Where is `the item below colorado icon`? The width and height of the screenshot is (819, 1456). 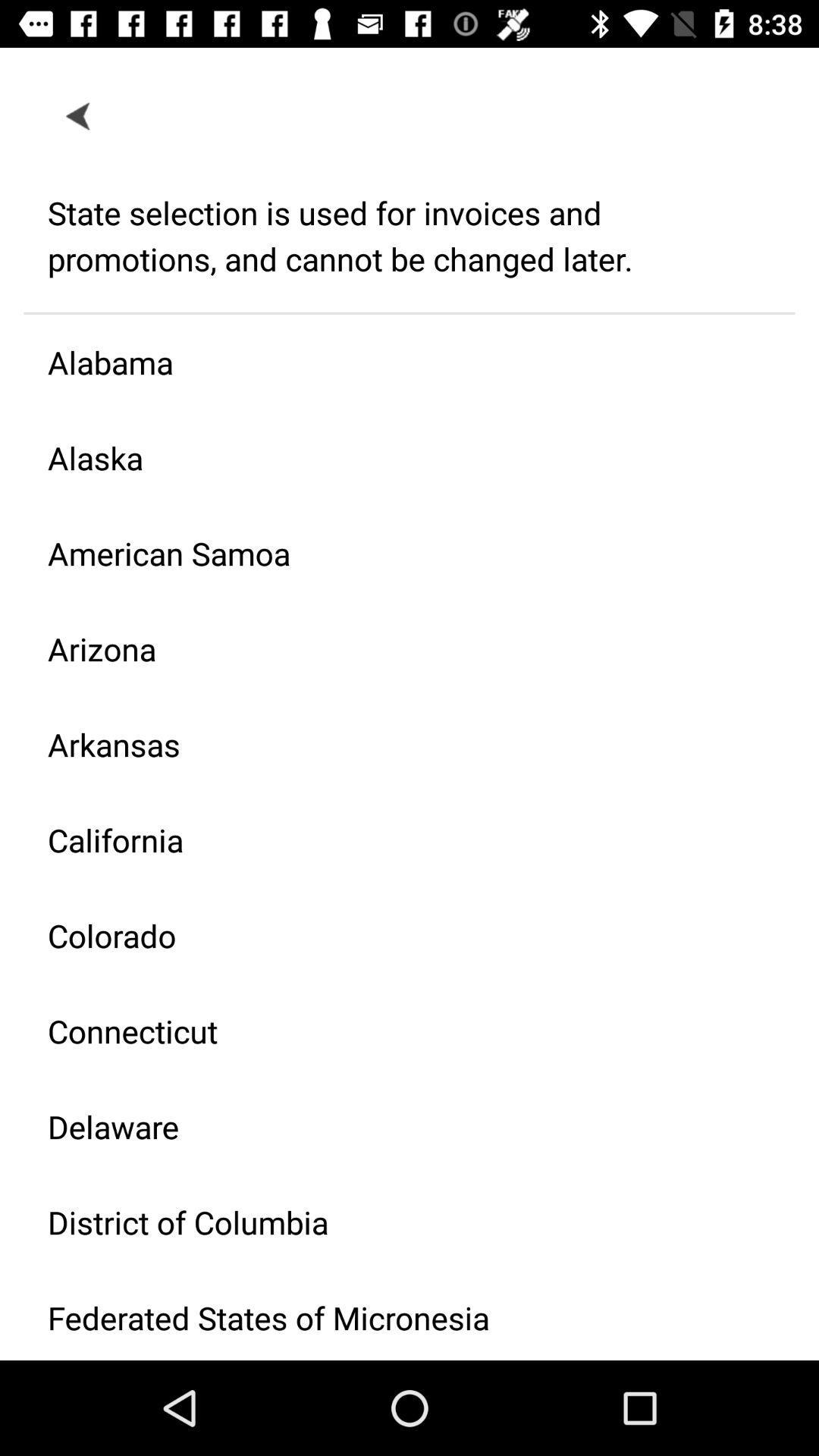 the item below colorado icon is located at coordinates (397, 1031).